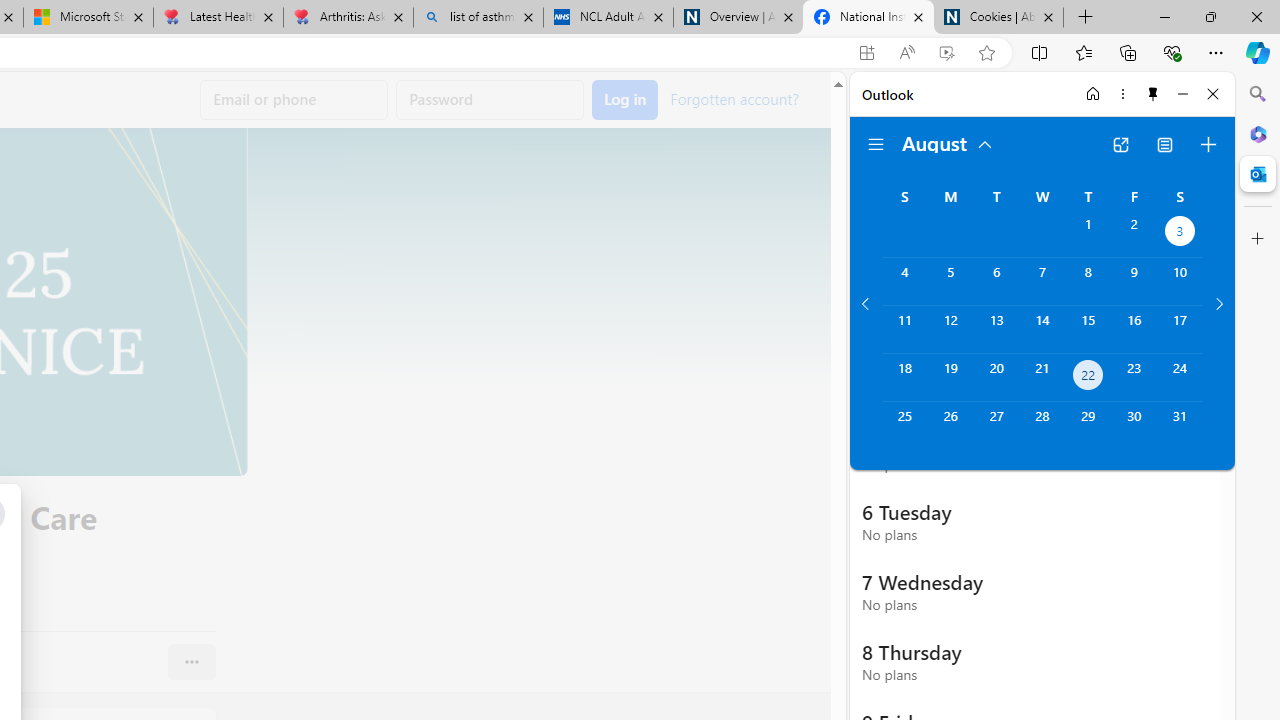  Describe the element at coordinates (1180, 377) in the screenshot. I see `'Saturday, August 24, 2024. '` at that location.